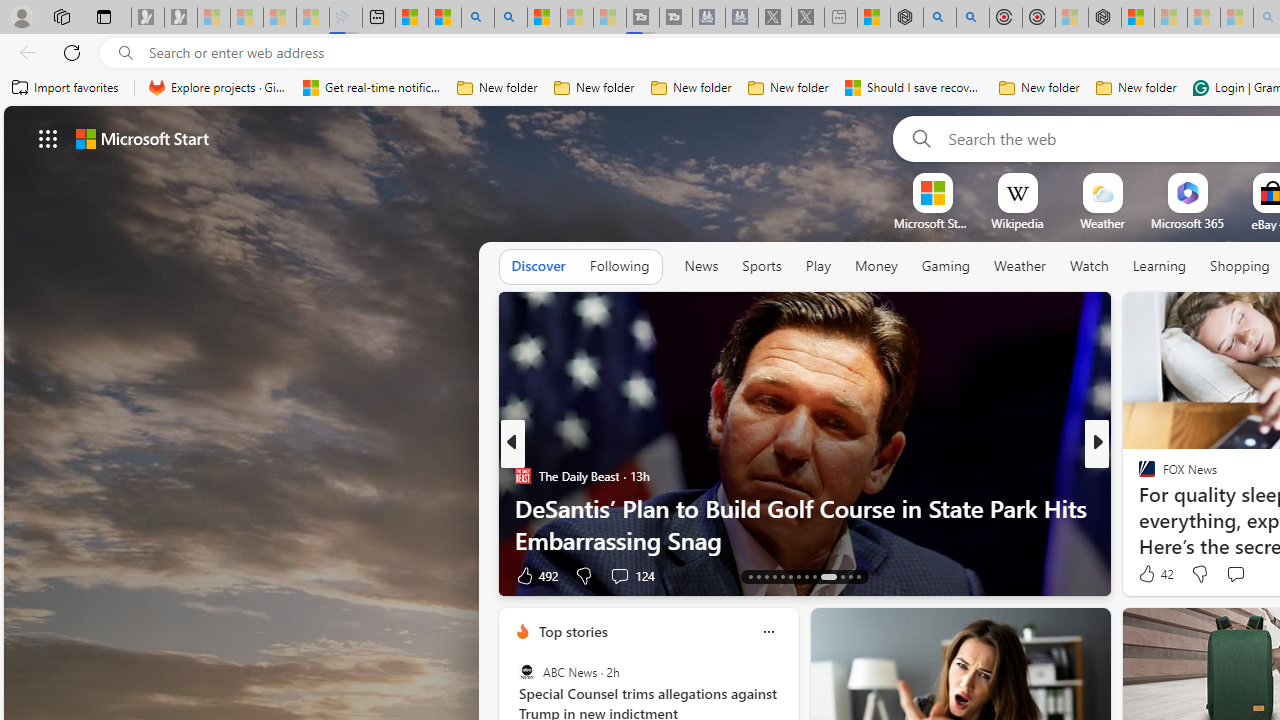  I want to click on 'BRAINY DOSE', so click(1138, 475).